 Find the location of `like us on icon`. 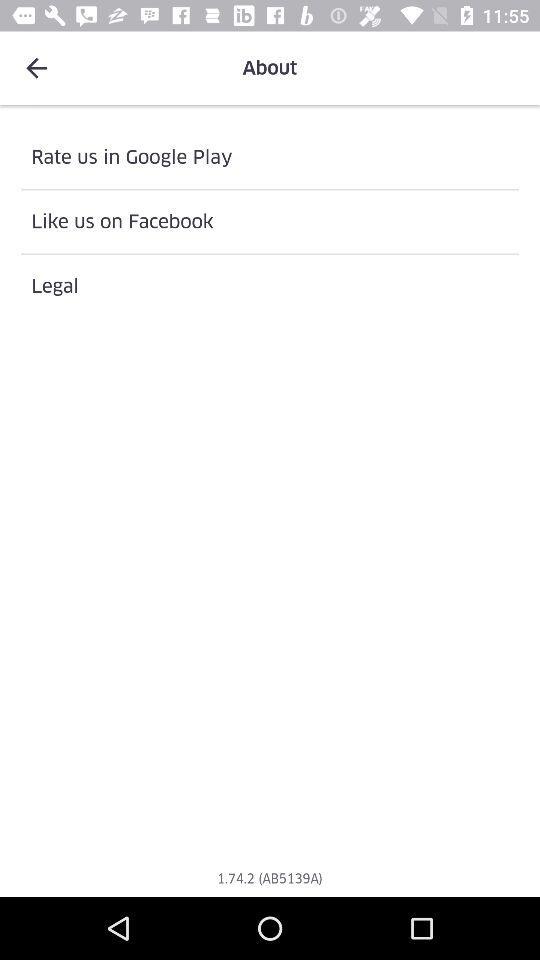

like us on icon is located at coordinates (270, 221).